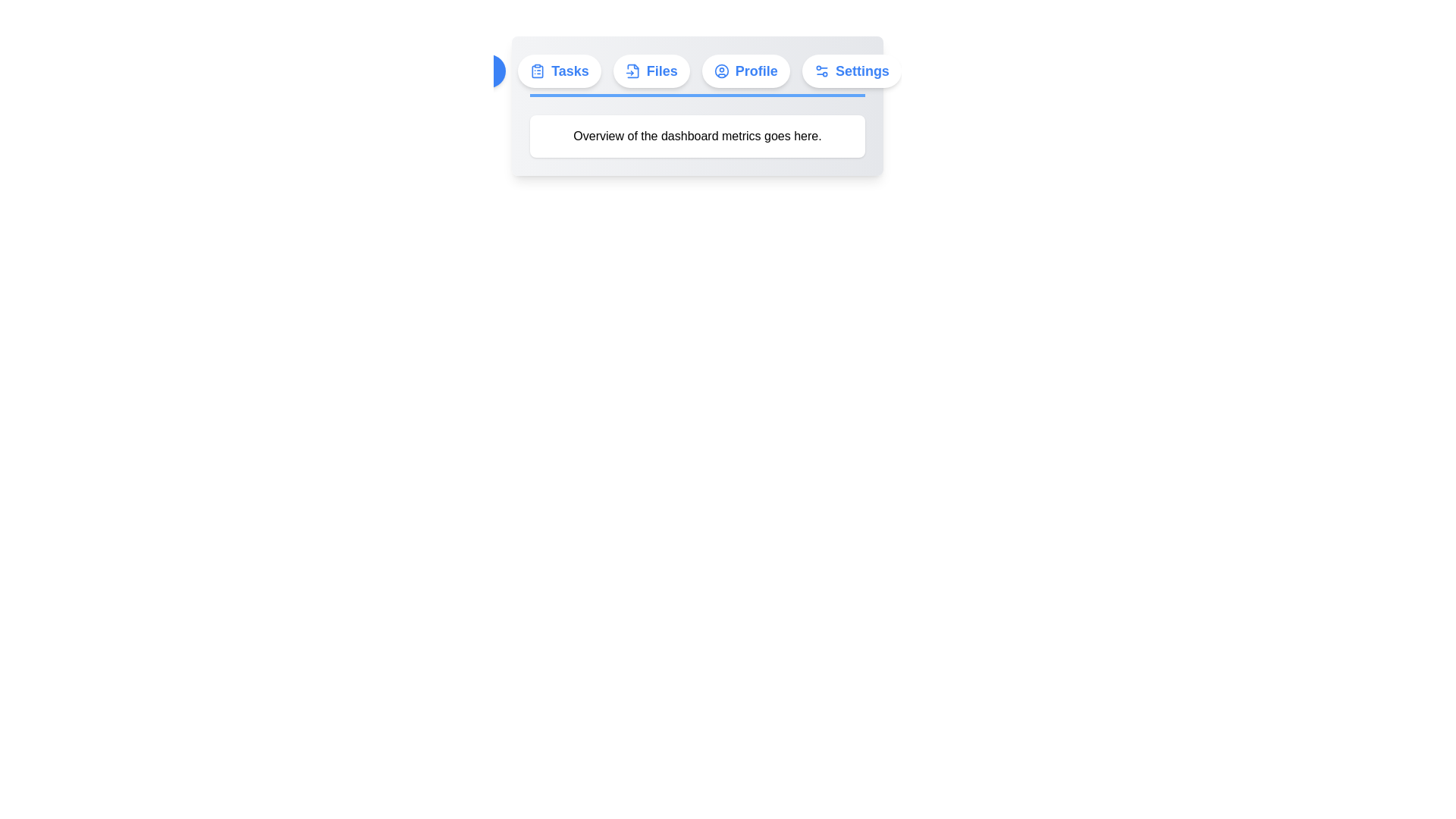 The height and width of the screenshot is (819, 1456). I want to click on the document icon with an arrow, which is styled with a blue outline and positioned as the leftmost component inside the 'Files' button in the top menu bar, so click(632, 71).